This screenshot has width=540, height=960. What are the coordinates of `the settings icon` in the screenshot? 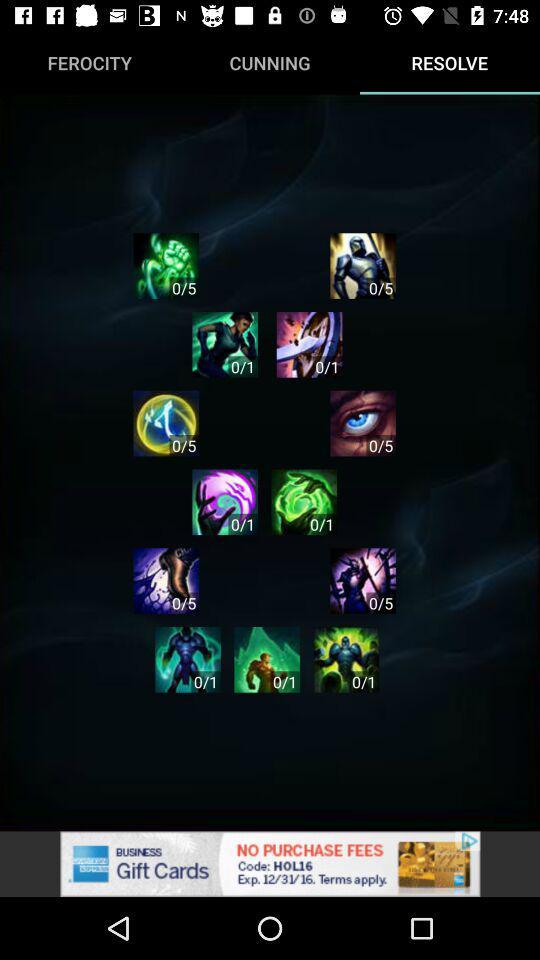 It's located at (165, 265).